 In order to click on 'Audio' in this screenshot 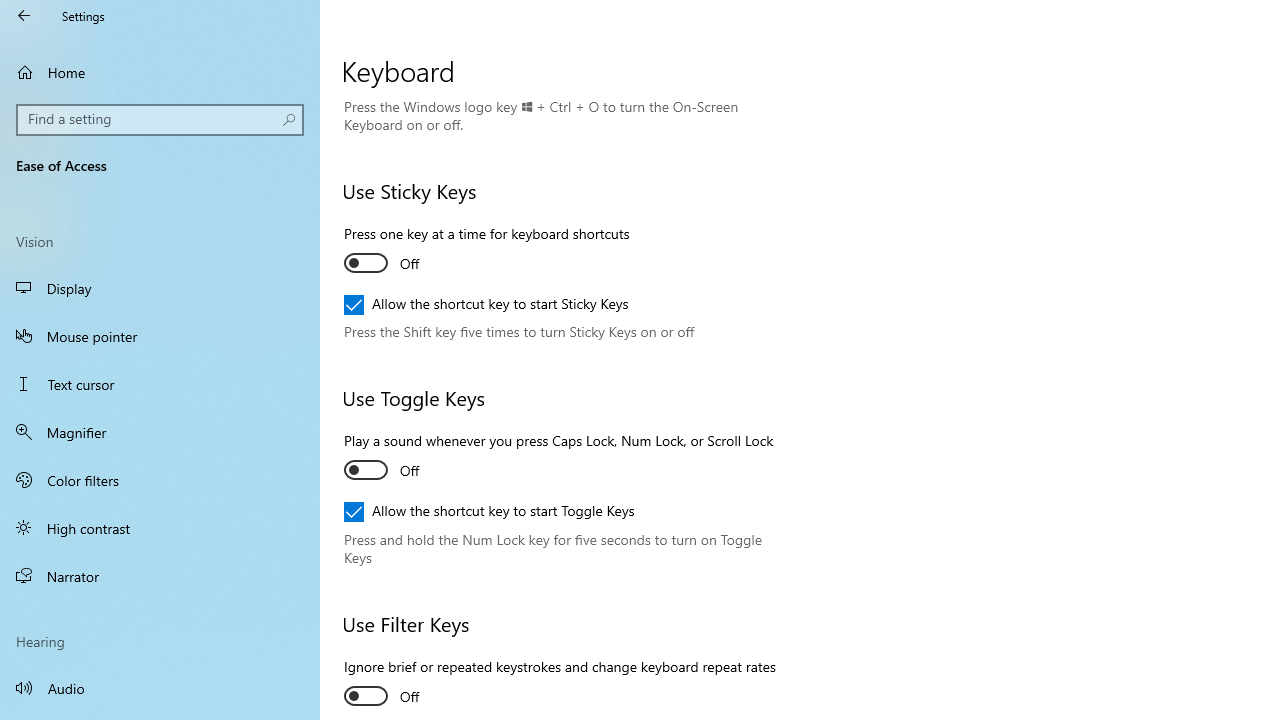, I will do `click(160, 686)`.